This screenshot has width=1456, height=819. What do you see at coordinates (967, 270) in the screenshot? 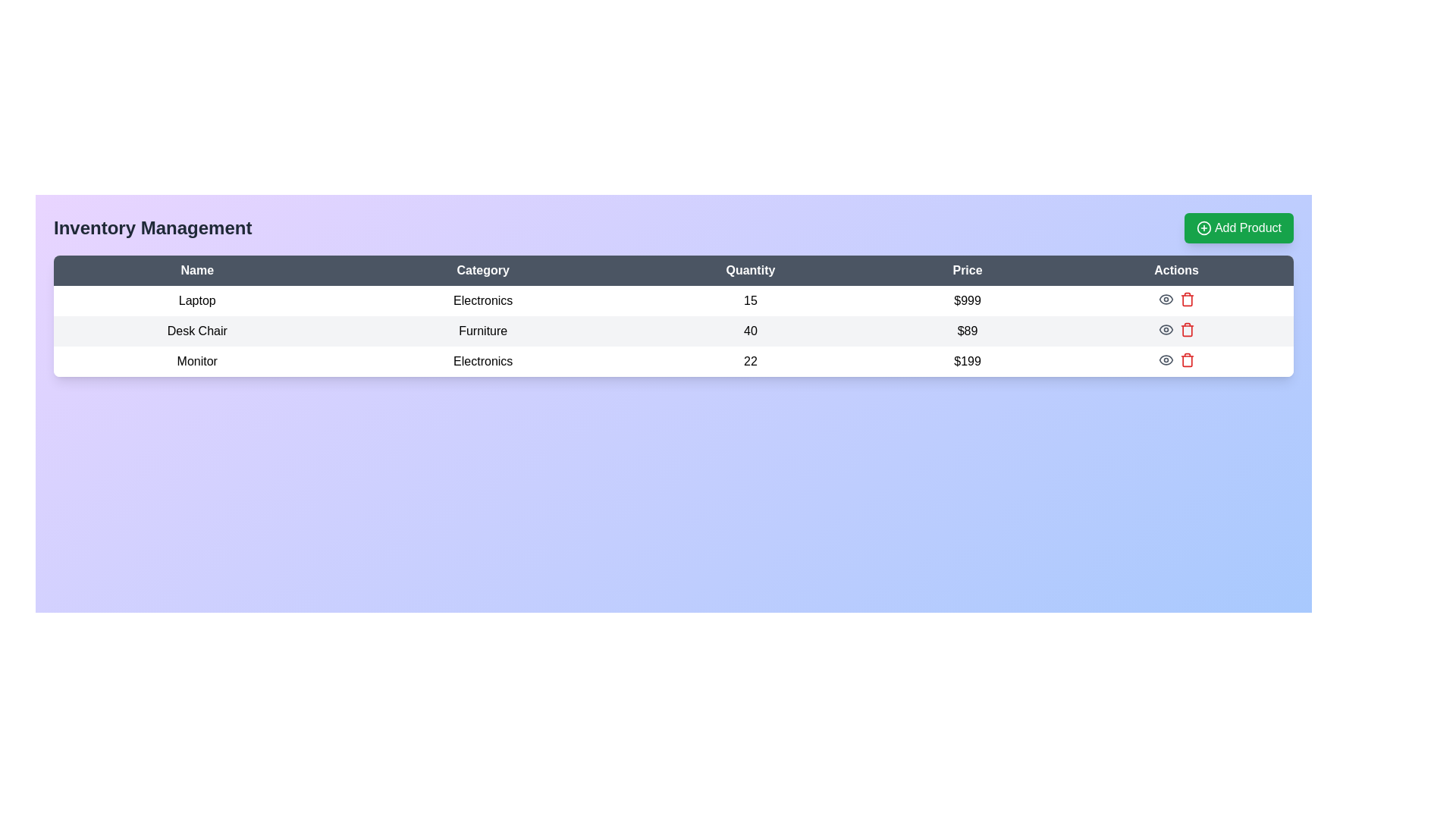
I see `the fourth table header cell, which labels the prices of listed items, positioned between the 'Quantity' and 'Actions' headers` at bounding box center [967, 270].